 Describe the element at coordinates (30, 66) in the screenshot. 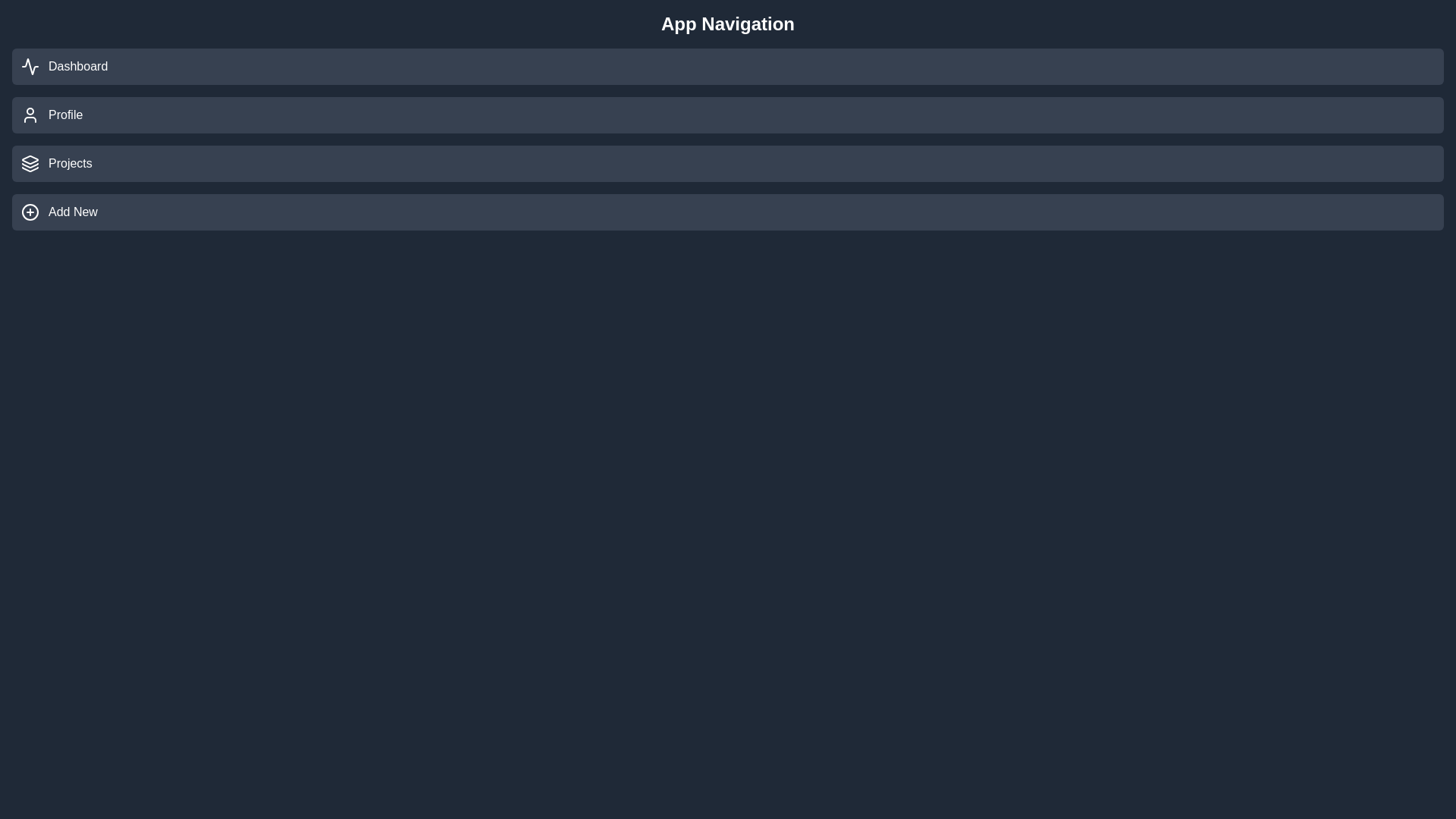

I see `the activity pulse icon within the 'Dashboard' navigation item, which is an SVG graphic located in the topmost section of a vertical list of navigation options` at that location.